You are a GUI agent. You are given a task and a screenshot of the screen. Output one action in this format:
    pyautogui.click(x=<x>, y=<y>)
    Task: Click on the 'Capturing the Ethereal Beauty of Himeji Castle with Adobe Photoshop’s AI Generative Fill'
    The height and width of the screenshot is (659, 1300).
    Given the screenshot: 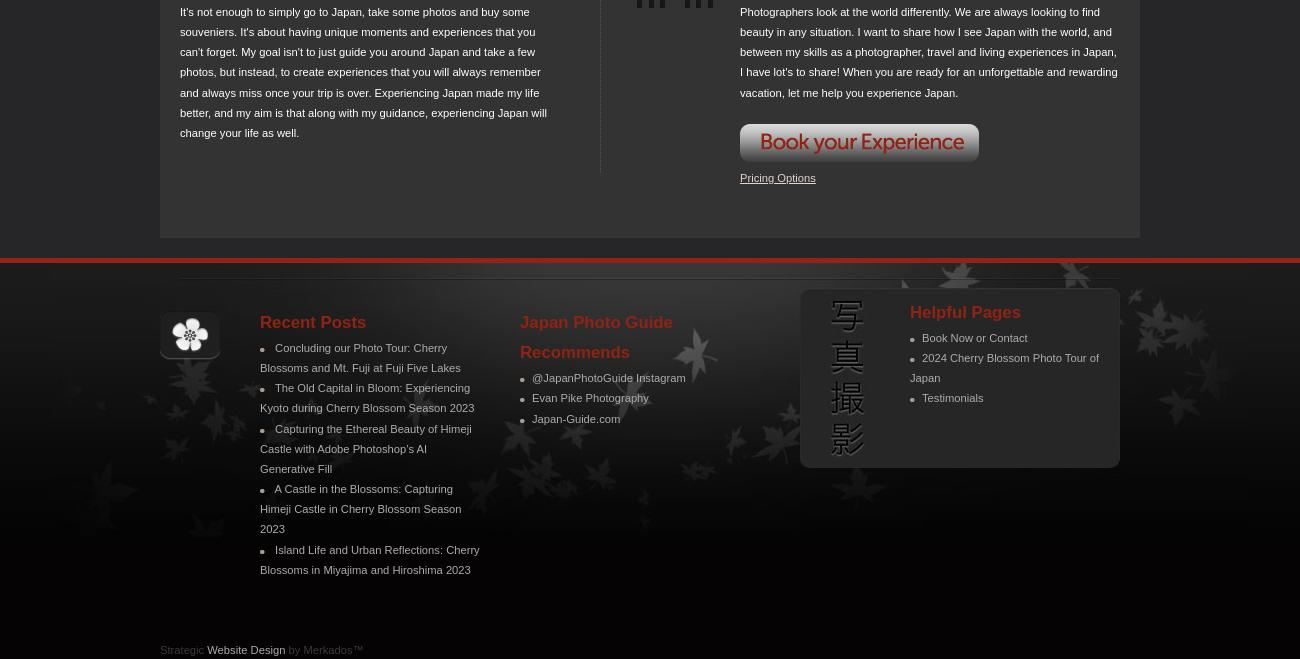 What is the action you would take?
    pyautogui.click(x=364, y=446)
    